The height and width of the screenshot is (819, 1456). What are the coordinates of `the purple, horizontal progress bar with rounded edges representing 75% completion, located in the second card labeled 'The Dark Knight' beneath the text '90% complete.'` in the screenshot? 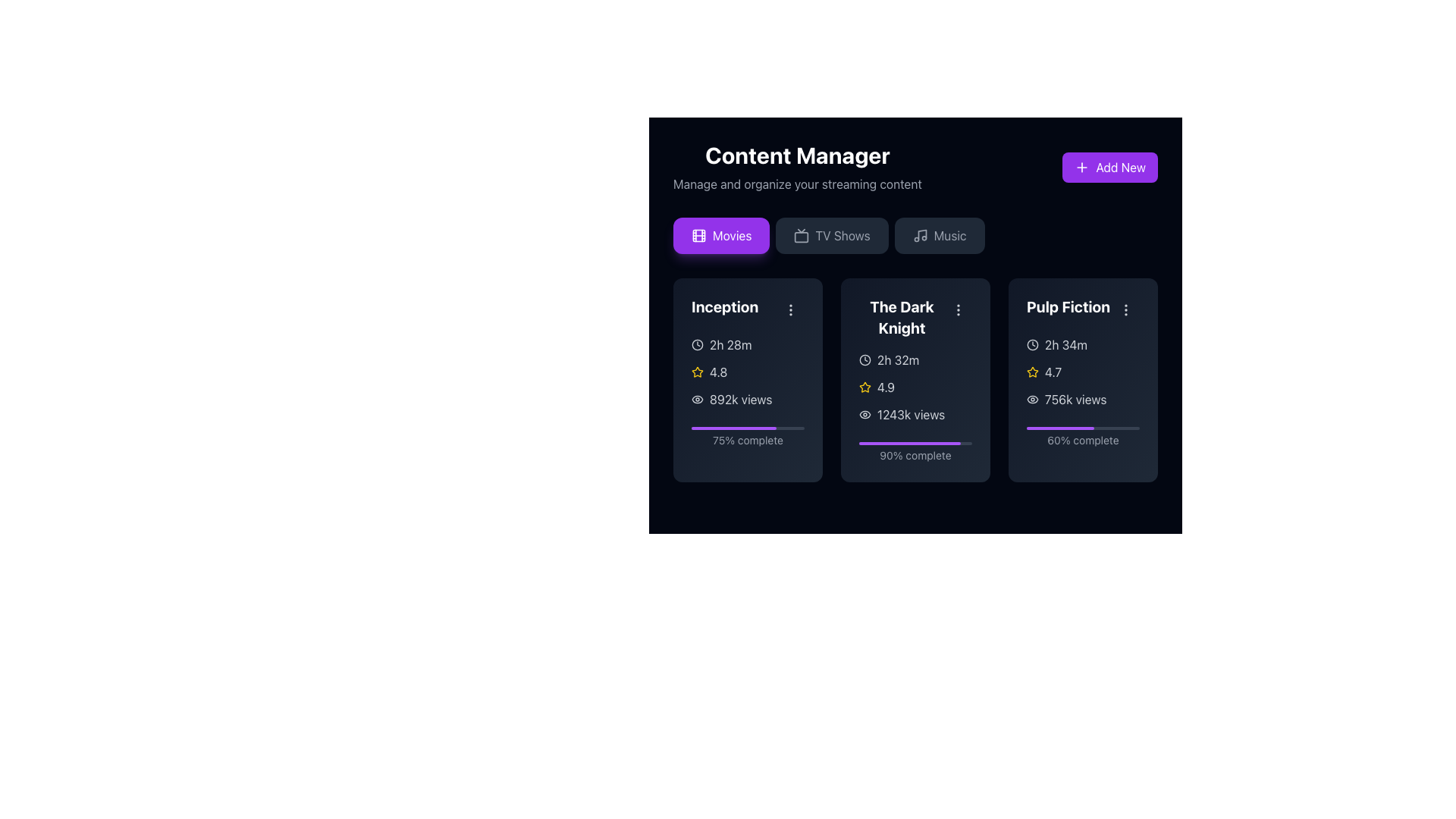 It's located at (733, 428).